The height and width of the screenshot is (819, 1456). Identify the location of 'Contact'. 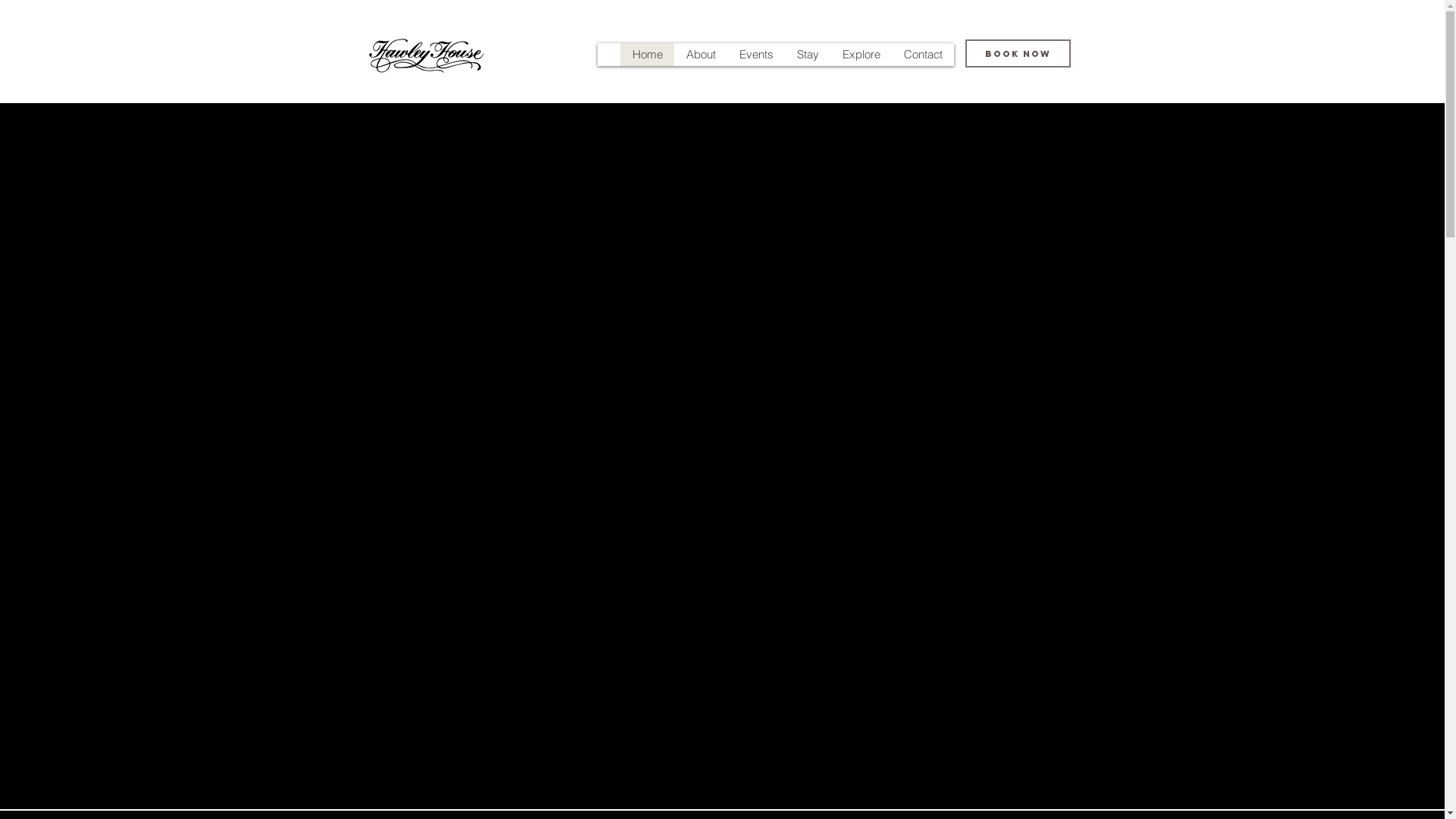
(892, 54).